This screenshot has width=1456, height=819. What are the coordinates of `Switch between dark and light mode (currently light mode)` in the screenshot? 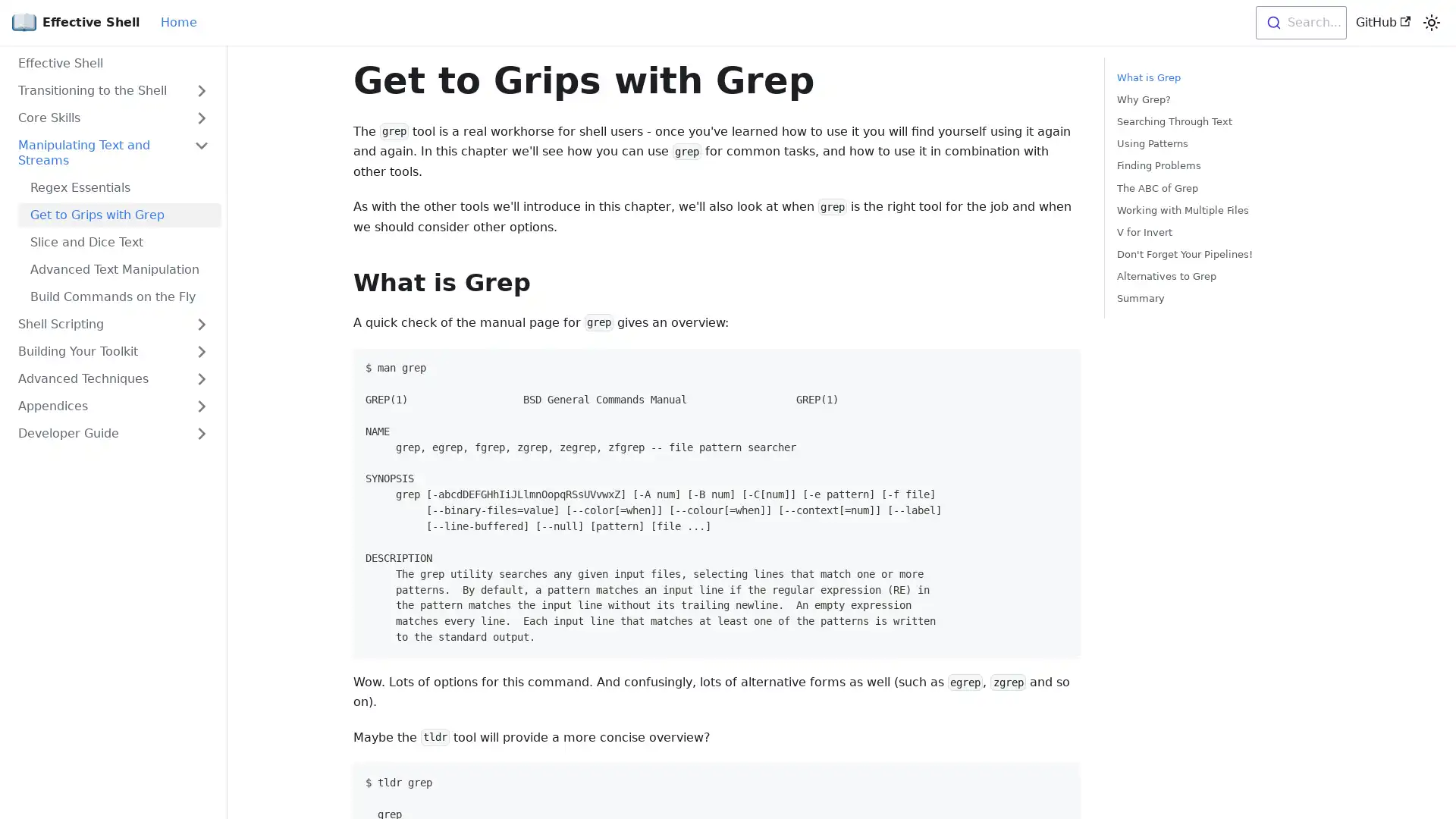 It's located at (1430, 23).